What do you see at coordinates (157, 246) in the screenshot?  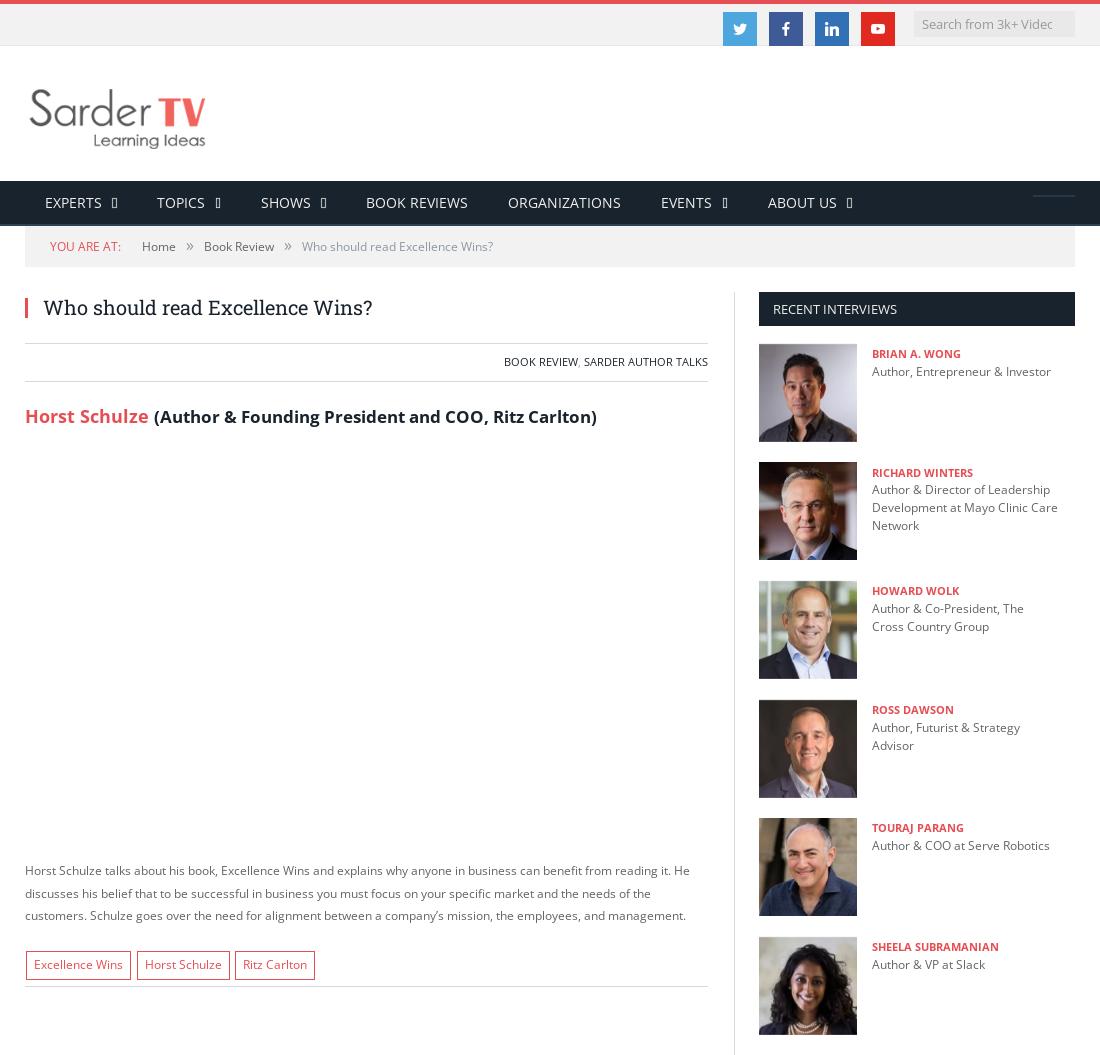 I see `'Home'` at bounding box center [157, 246].